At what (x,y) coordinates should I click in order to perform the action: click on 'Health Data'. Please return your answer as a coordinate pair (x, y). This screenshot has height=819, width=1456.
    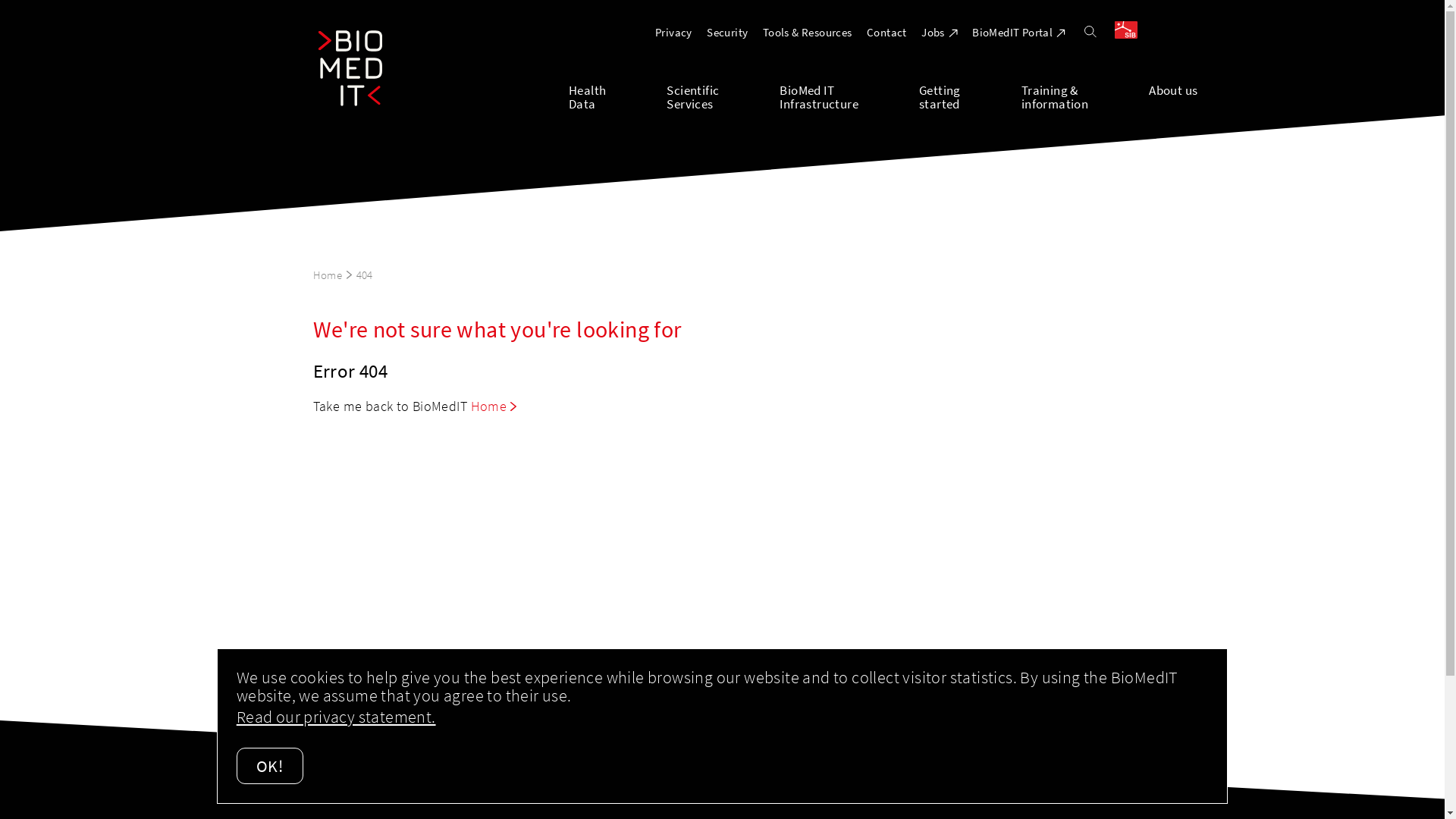
    Looking at the image, I should click on (567, 96).